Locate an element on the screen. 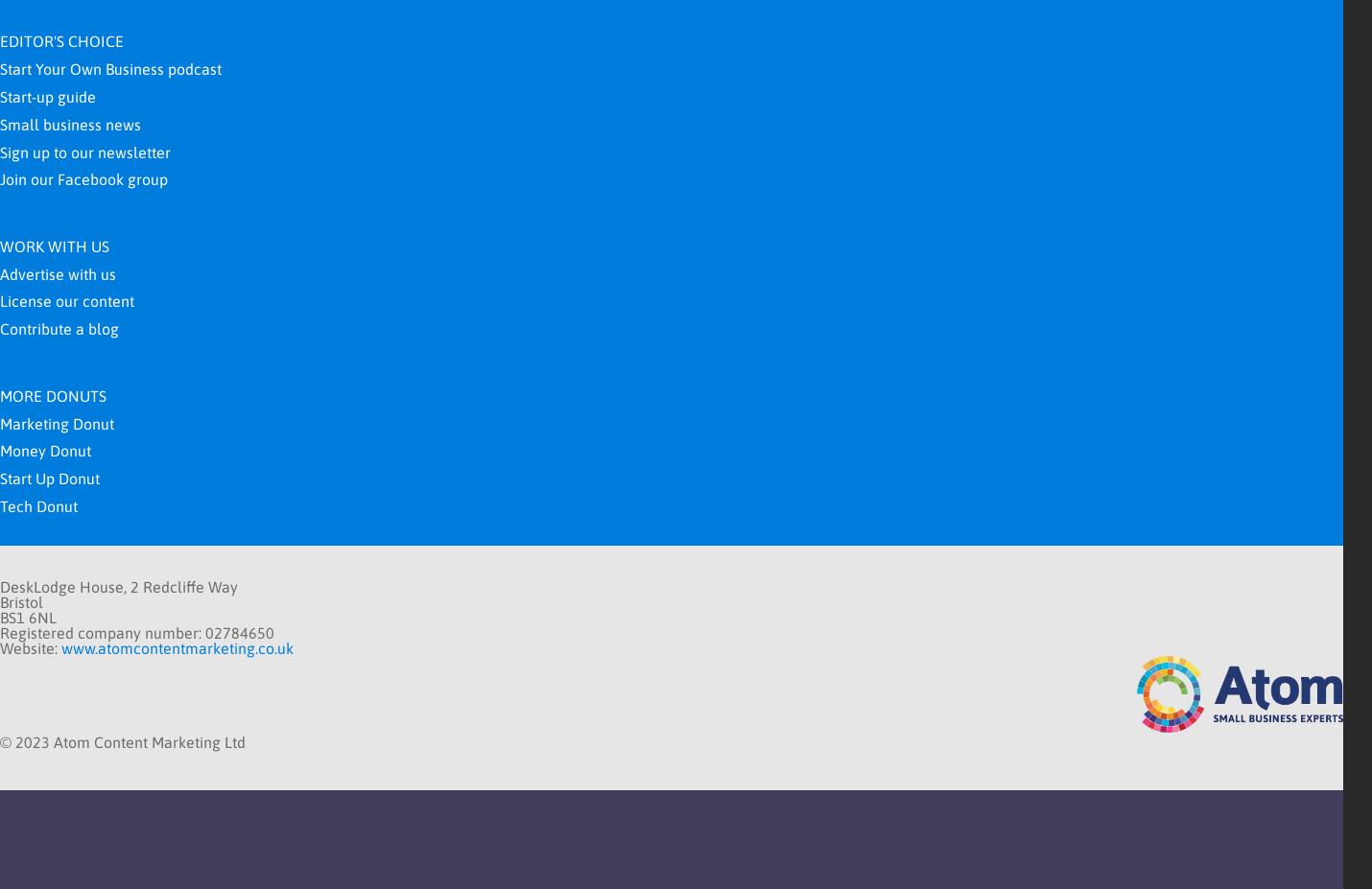 The width and height of the screenshot is (1372, 889). 'EDITOR'S CHOICE' is located at coordinates (60, 40).